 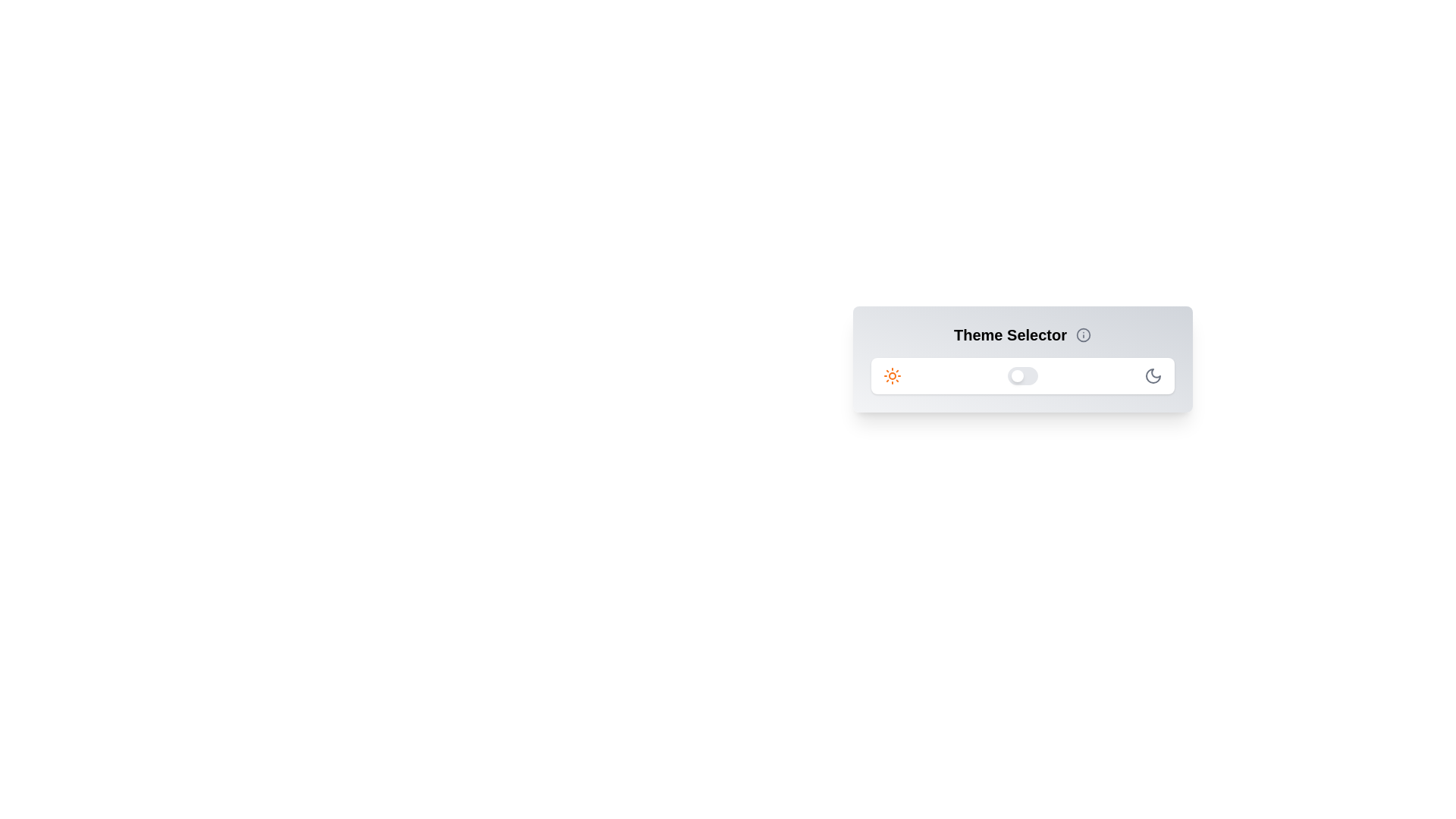 I want to click on the moon icon to trigger its interaction, so click(x=1153, y=375).